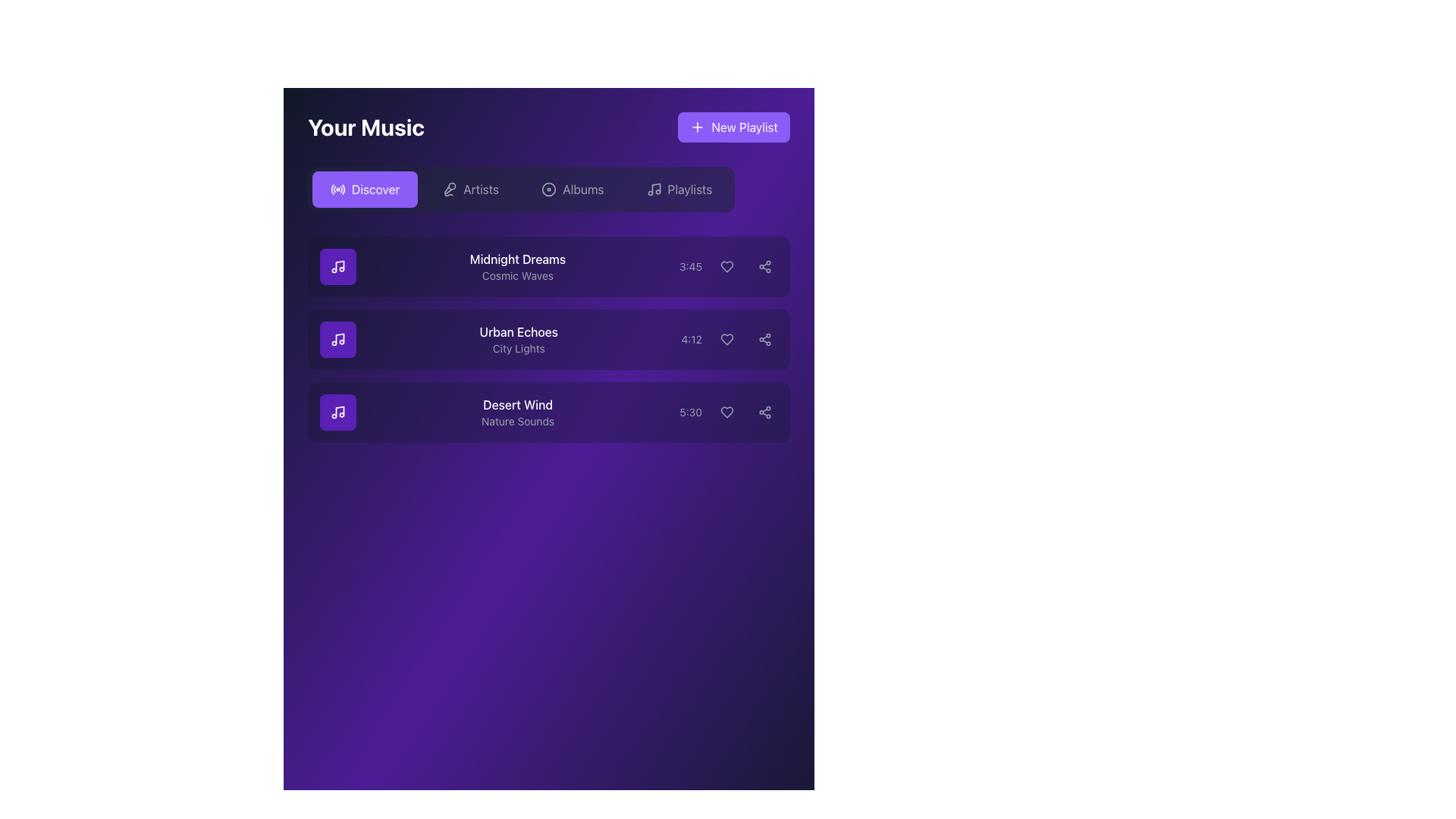 This screenshot has width=1456, height=819. Describe the element at coordinates (582, 189) in the screenshot. I see `the 'Albums' text label, which serves as a navigation option for managing music albums` at that location.